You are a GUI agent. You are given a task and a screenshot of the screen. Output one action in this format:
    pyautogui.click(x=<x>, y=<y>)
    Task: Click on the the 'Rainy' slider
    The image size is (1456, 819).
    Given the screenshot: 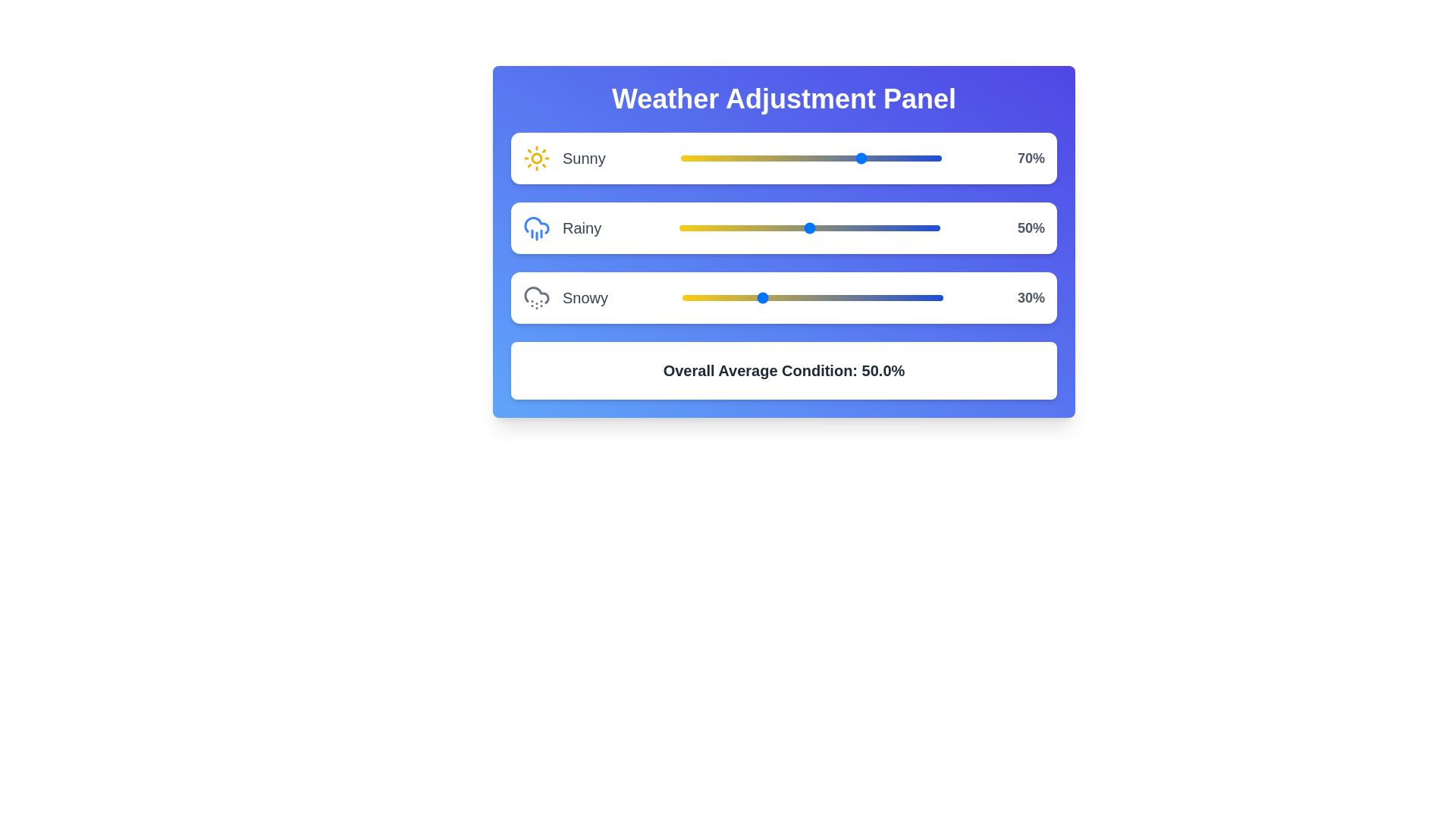 What is the action you would take?
    pyautogui.click(x=910, y=227)
    